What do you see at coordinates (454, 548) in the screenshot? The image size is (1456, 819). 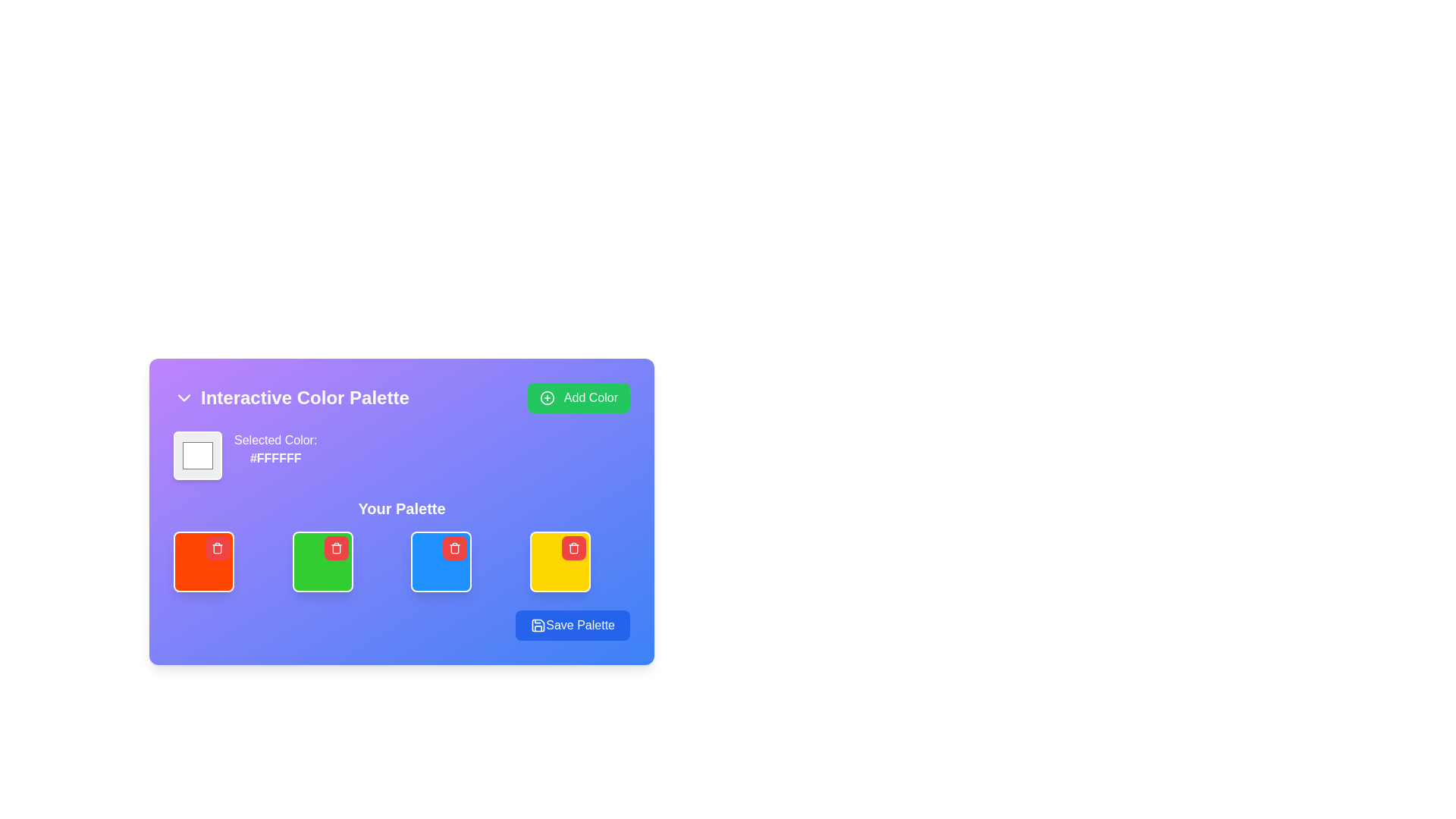 I see `the delete icon button for the blue square in the 'Your Palette' section` at bounding box center [454, 548].